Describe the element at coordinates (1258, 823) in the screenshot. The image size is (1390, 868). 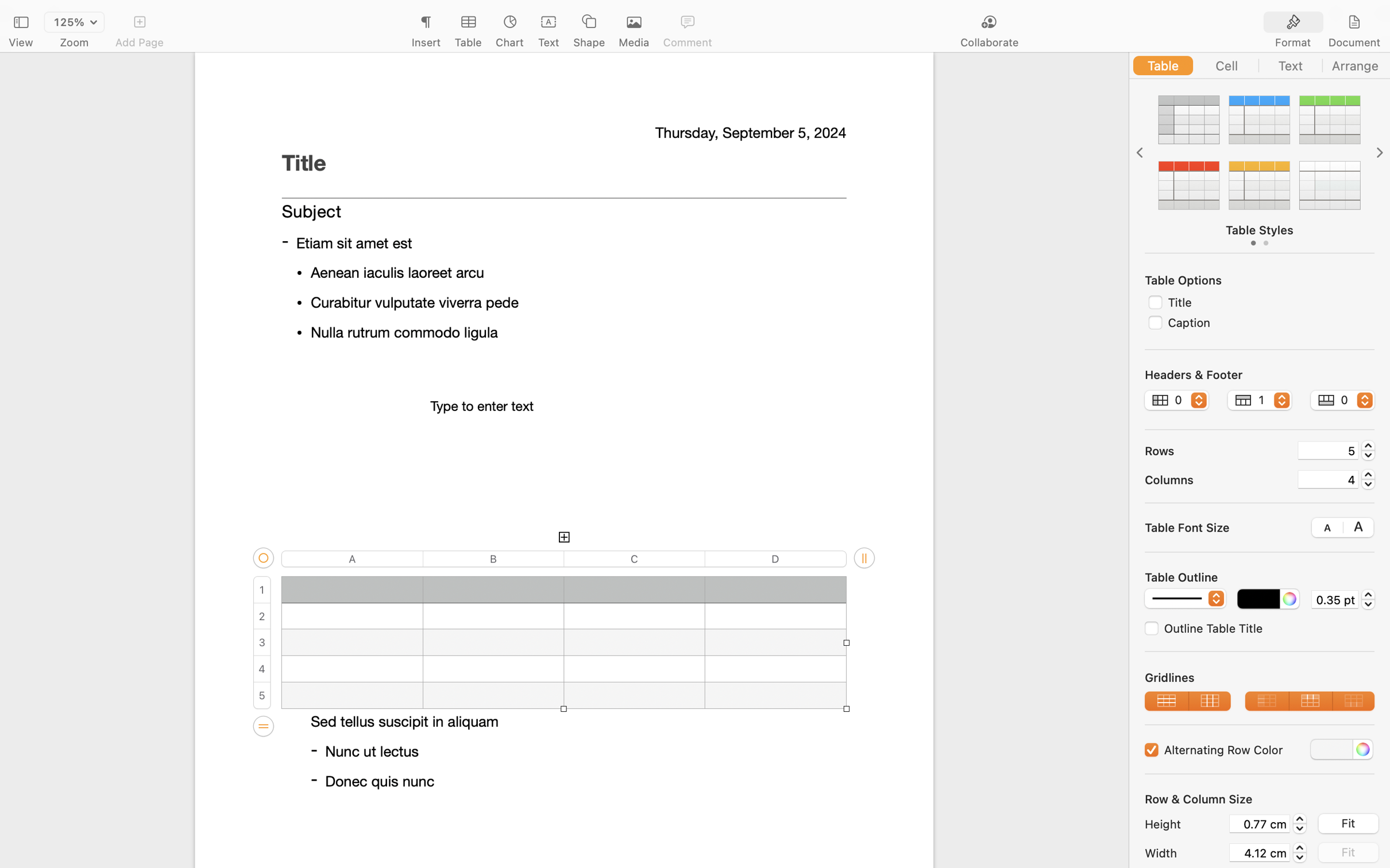
I see `'0.77 cm'` at that location.